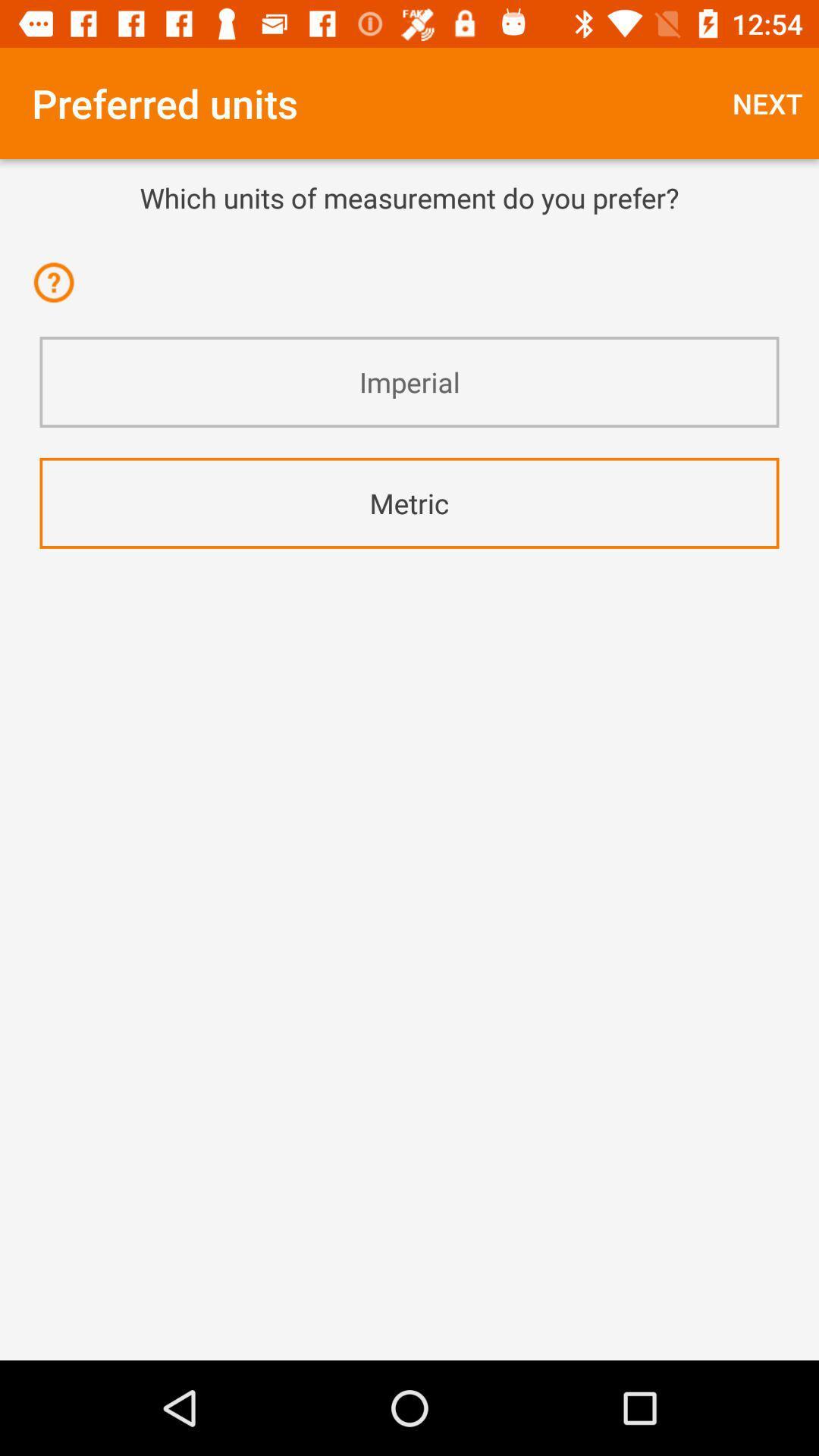 Image resolution: width=819 pixels, height=1456 pixels. What do you see at coordinates (767, 102) in the screenshot?
I see `icon above which units of icon` at bounding box center [767, 102].